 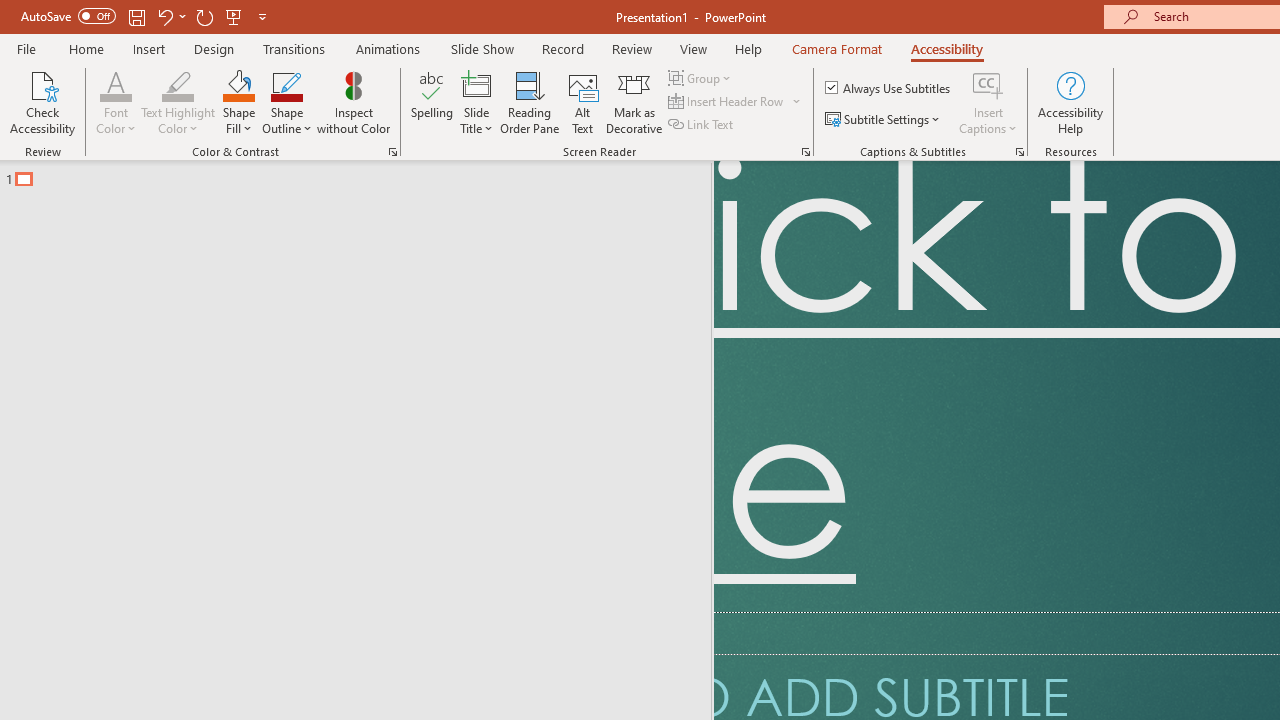 What do you see at coordinates (702, 77) in the screenshot?
I see `'Group'` at bounding box center [702, 77].